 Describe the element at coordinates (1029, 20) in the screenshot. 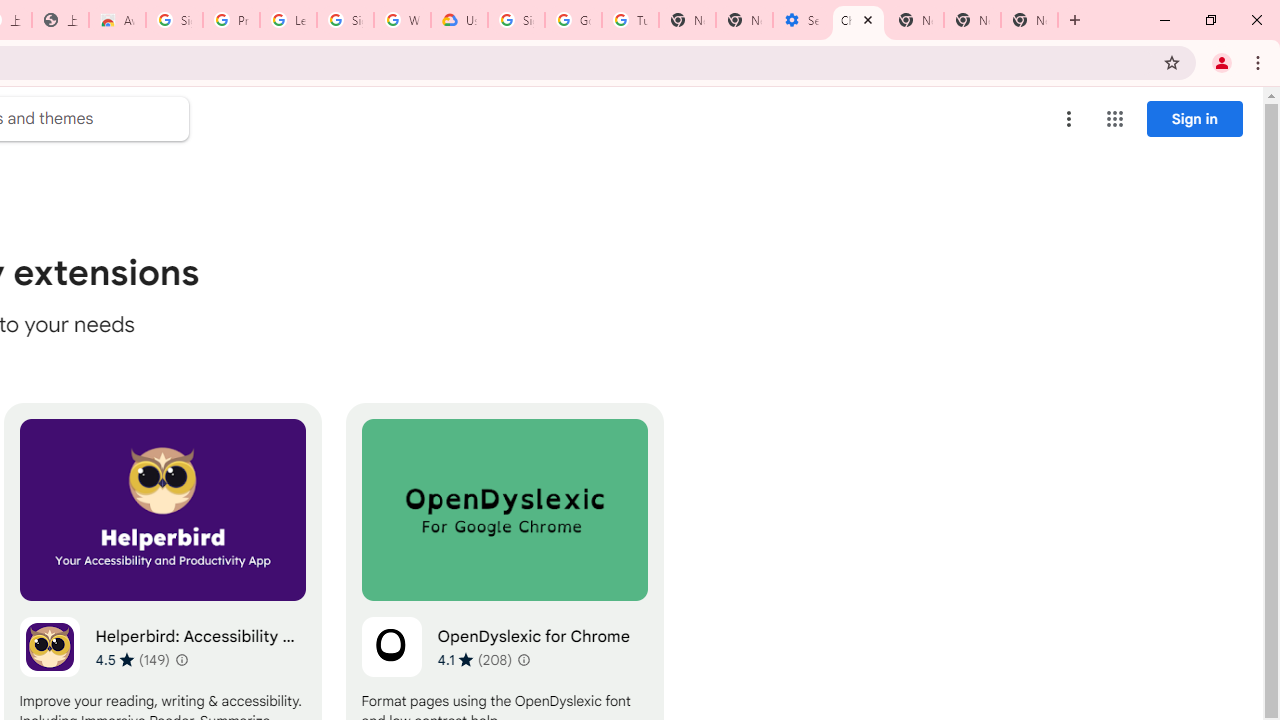

I see `'New Tab'` at that location.